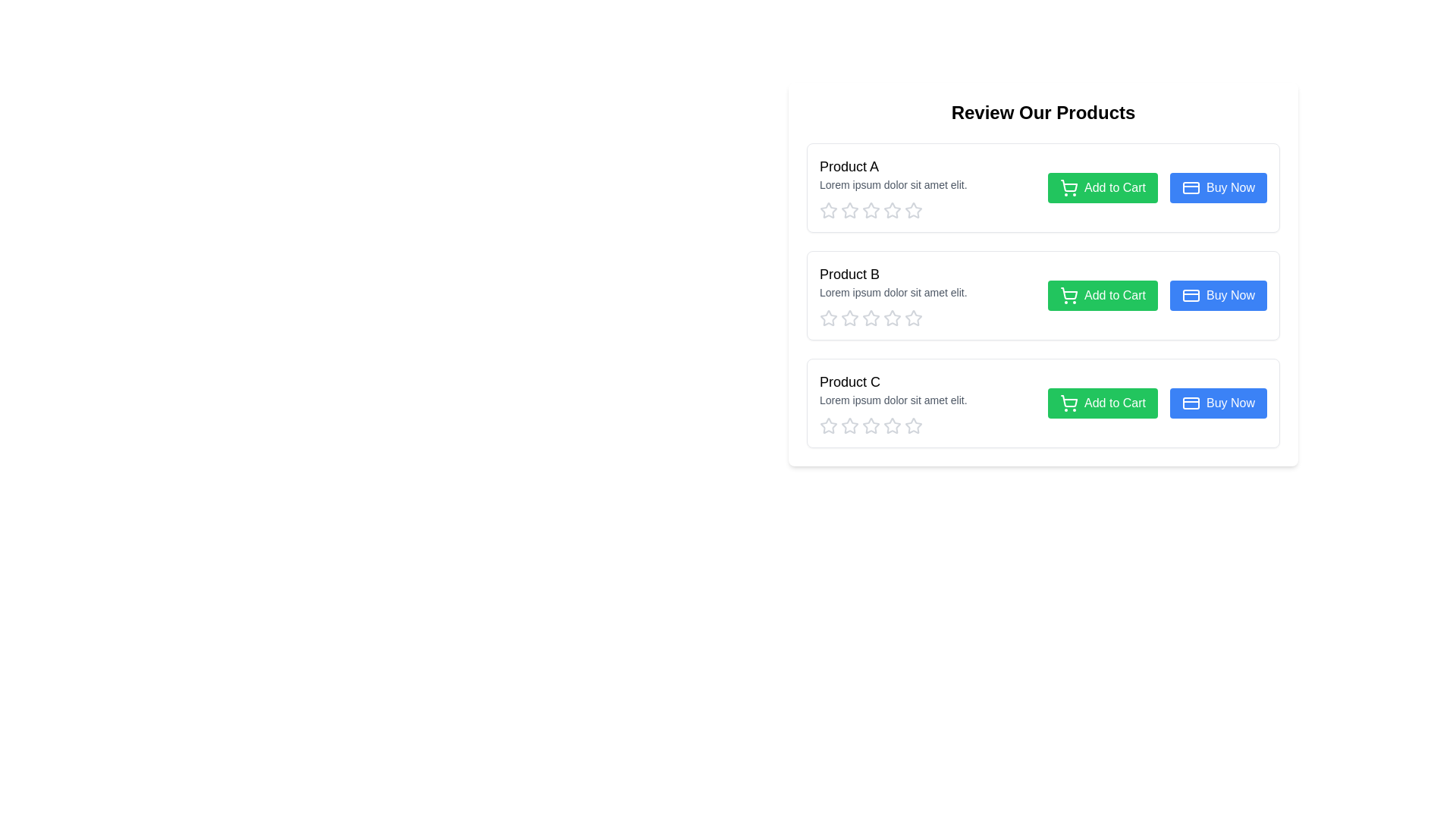  What do you see at coordinates (892, 317) in the screenshot?
I see `the second star icon in the row of rating stars under the 'Product B' section` at bounding box center [892, 317].